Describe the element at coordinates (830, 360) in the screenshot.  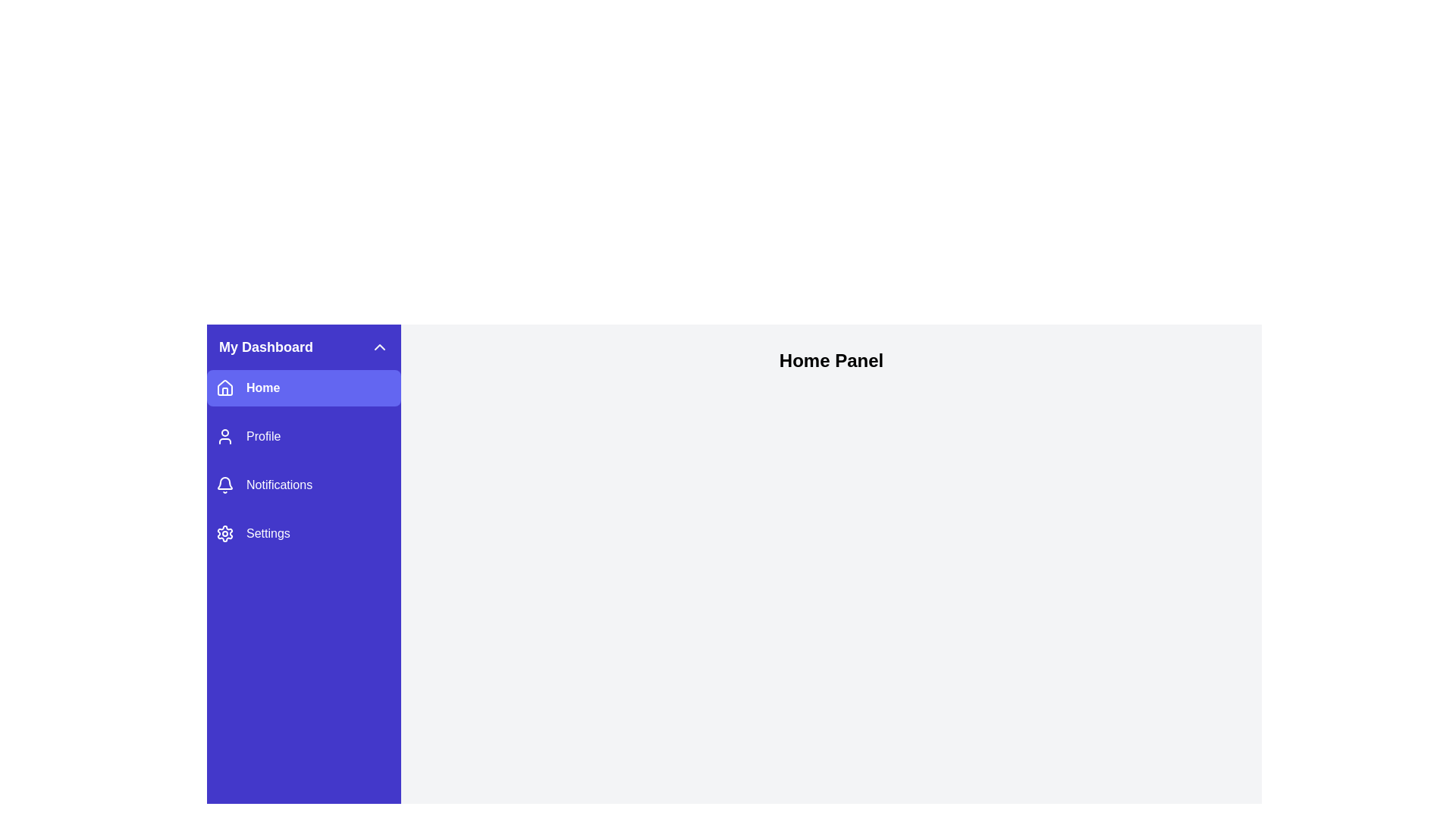
I see `the 'Home Panel' header text, which is bold and large, located in the upper-middle section of the interface` at that location.